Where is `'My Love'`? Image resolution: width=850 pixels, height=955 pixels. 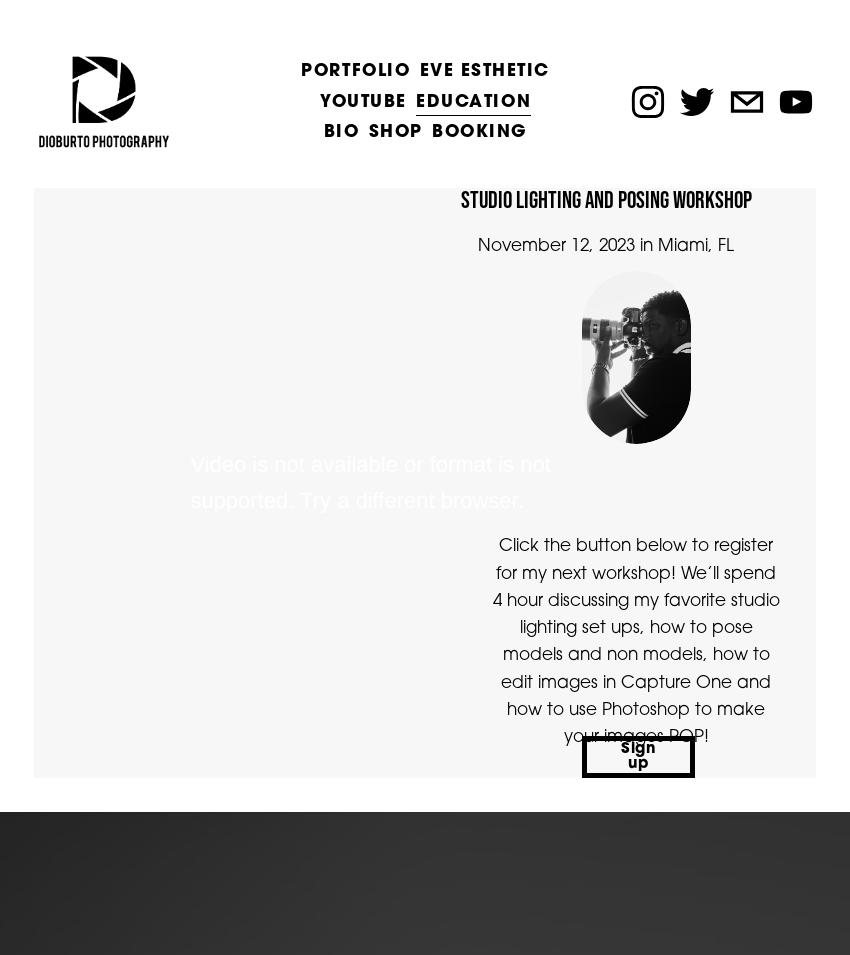 'My Love' is located at coordinates (300, 270).